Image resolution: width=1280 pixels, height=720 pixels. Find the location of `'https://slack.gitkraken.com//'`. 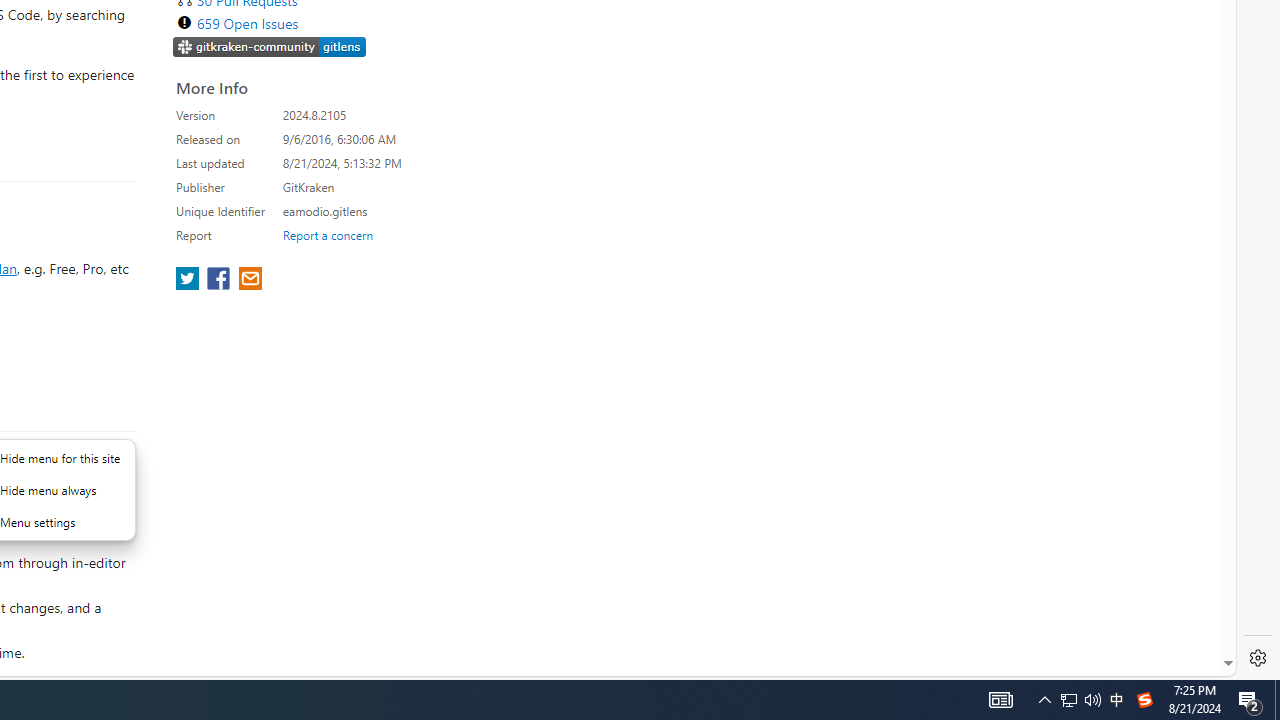

'https://slack.gitkraken.com//' is located at coordinates (269, 45).